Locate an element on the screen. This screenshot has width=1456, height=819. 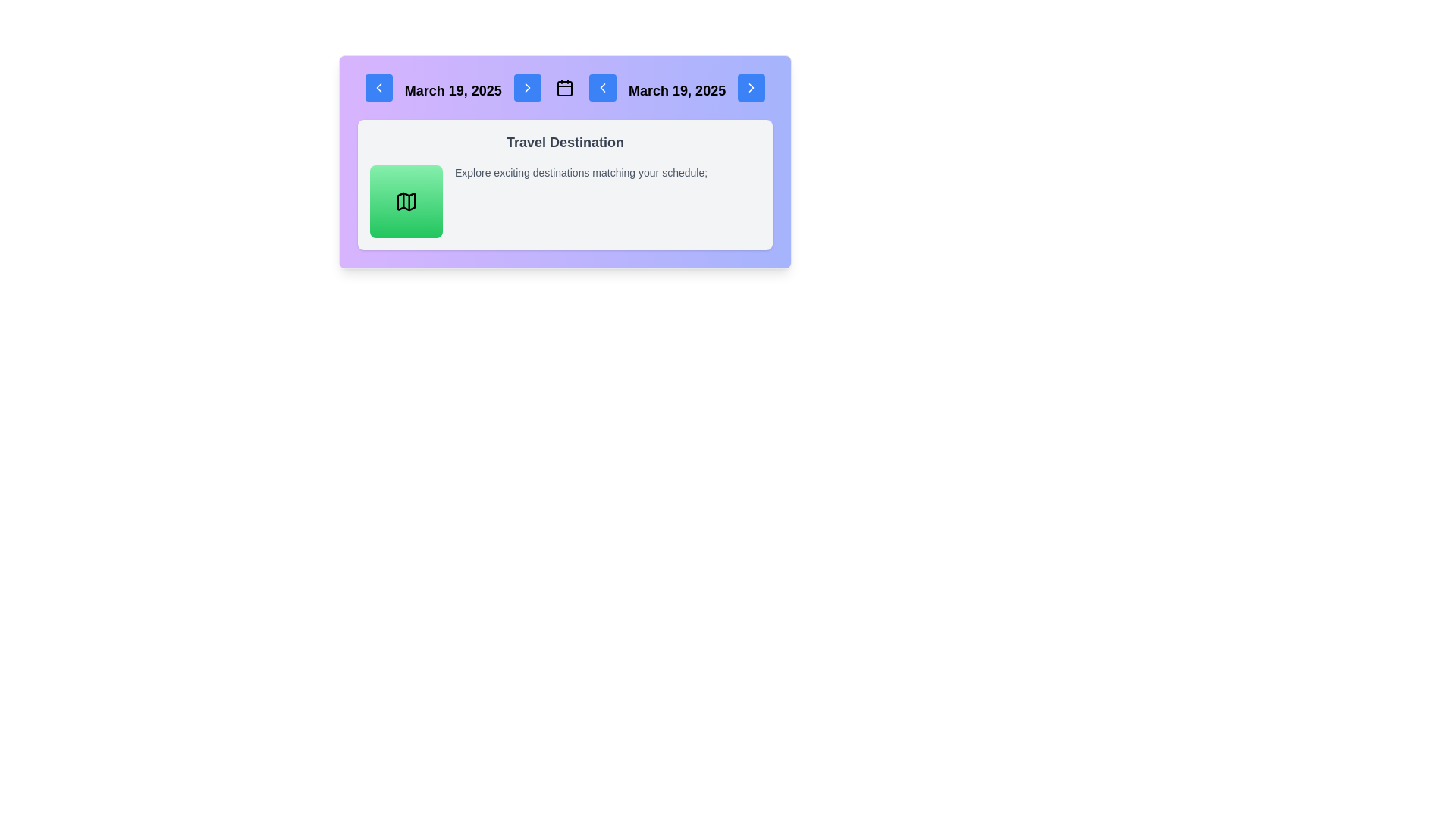
the calendar icon located in the center of the navigation buttons at the top of the card-like interface is located at coordinates (564, 87).